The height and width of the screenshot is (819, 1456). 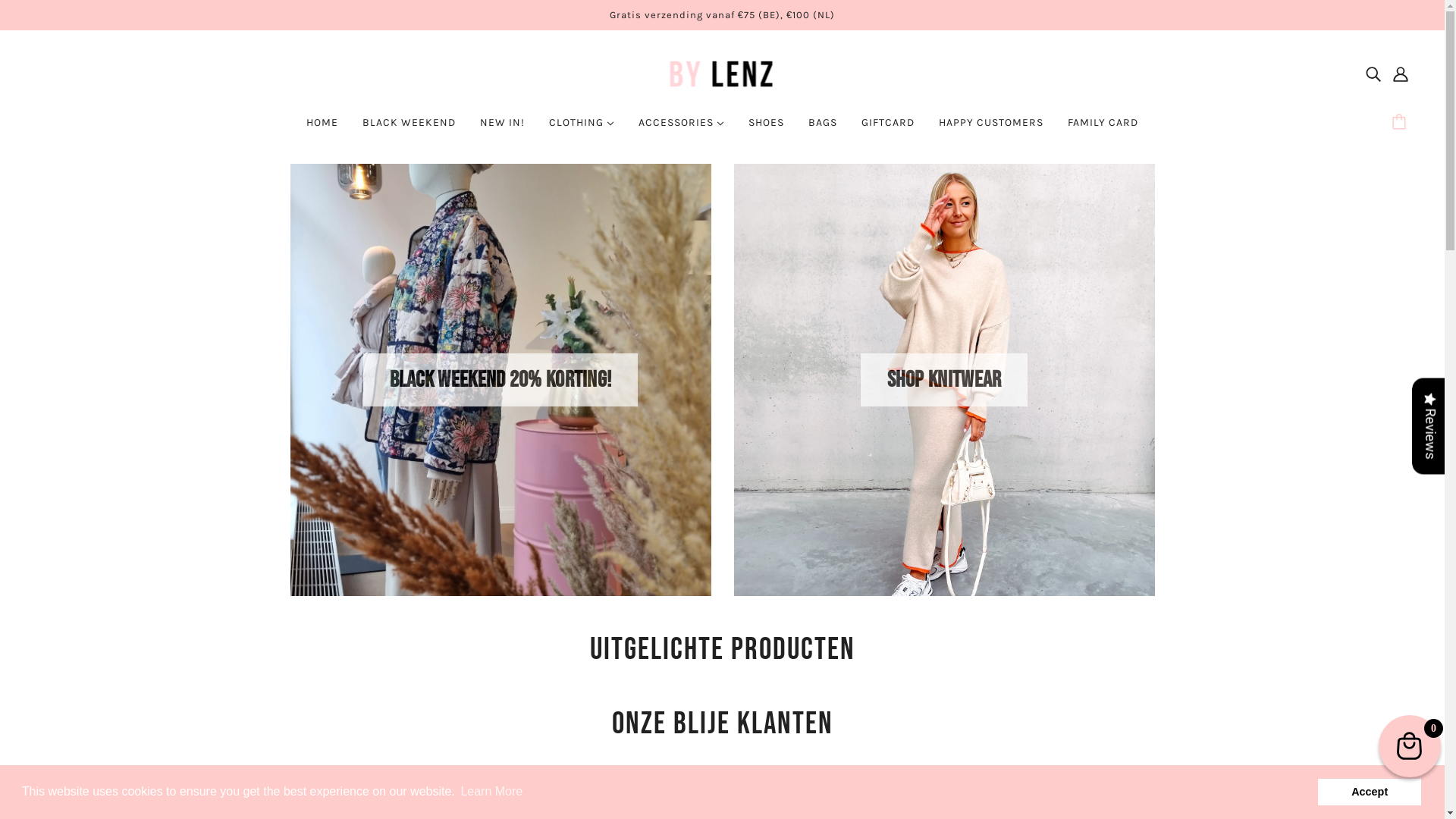 What do you see at coordinates (537, 127) in the screenshot?
I see `'CLOTHING'` at bounding box center [537, 127].